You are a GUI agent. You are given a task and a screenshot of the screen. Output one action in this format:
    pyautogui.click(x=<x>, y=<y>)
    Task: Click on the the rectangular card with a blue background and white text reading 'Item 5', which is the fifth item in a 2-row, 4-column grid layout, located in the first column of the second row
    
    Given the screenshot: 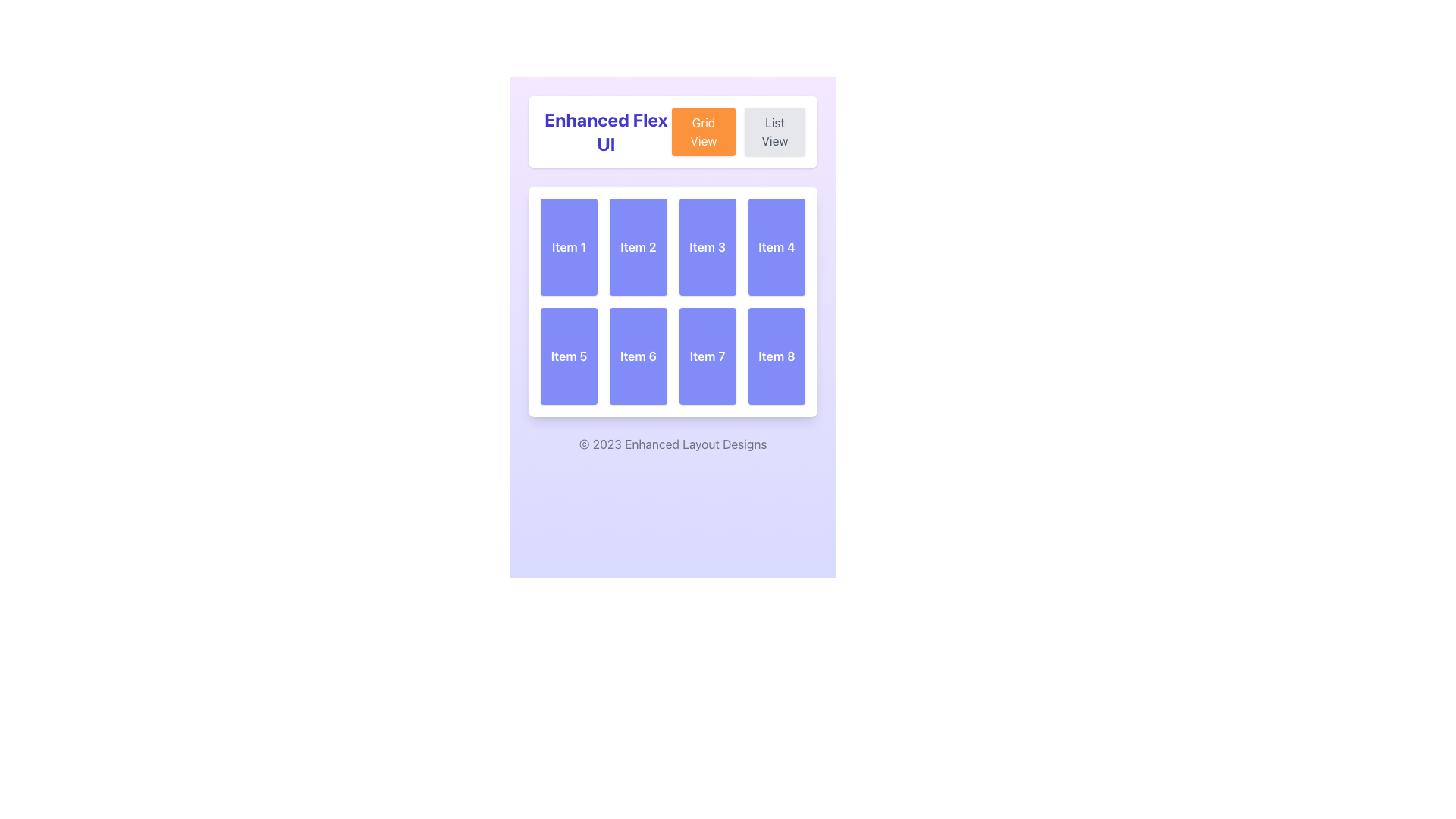 What is the action you would take?
    pyautogui.click(x=568, y=356)
    